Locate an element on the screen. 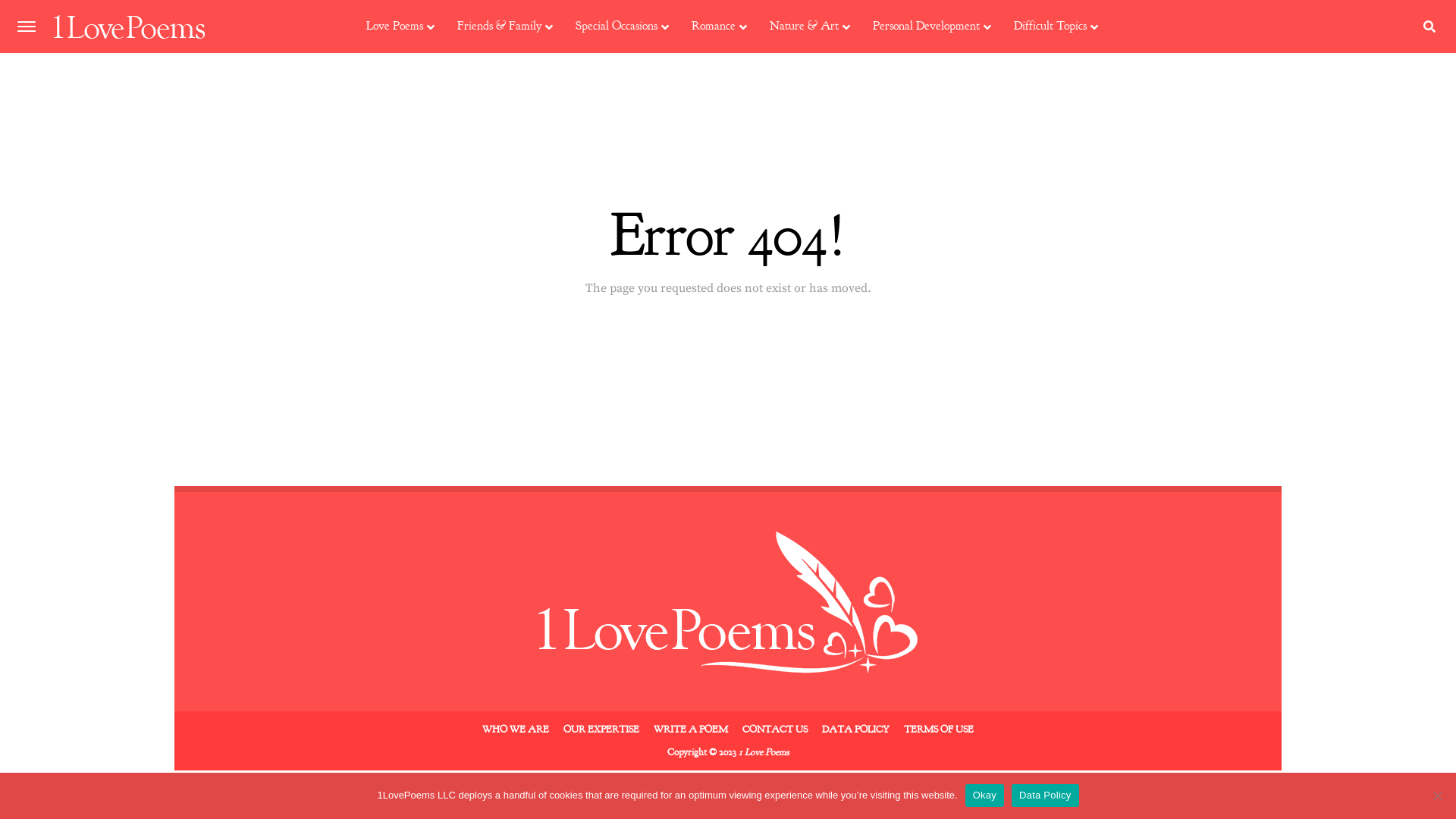 This screenshot has width=1456, height=819. 'CONTACT US' is located at coordinates (742, 728).